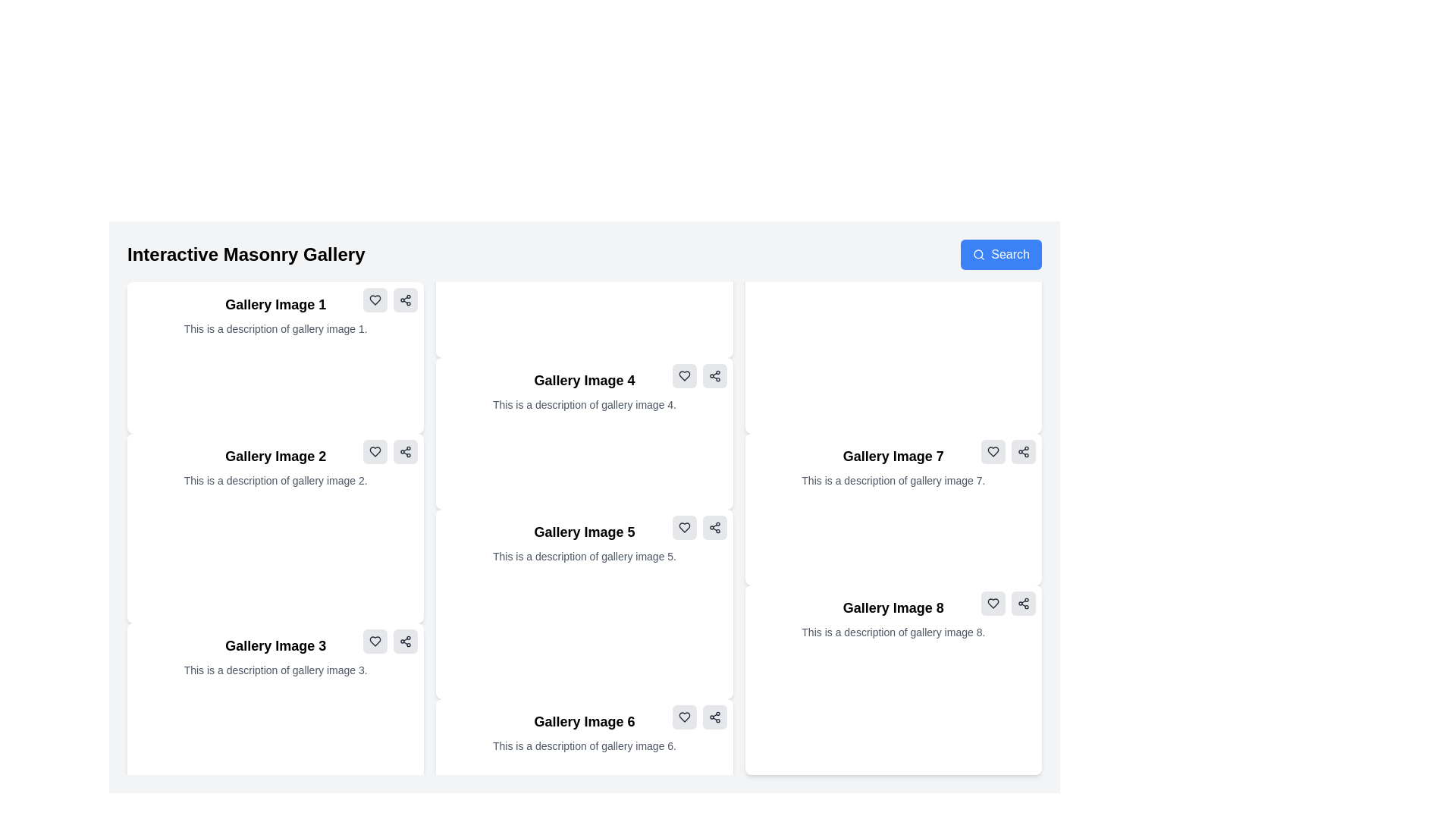 This screenshot has width=1456, height=819. What do you see at coordinates (391, 641) in the screenshot?
I see `the share icon located in the upper right corner of the card labeled 'Gallery Image 3' to share content` at bounding box center [391, 641].